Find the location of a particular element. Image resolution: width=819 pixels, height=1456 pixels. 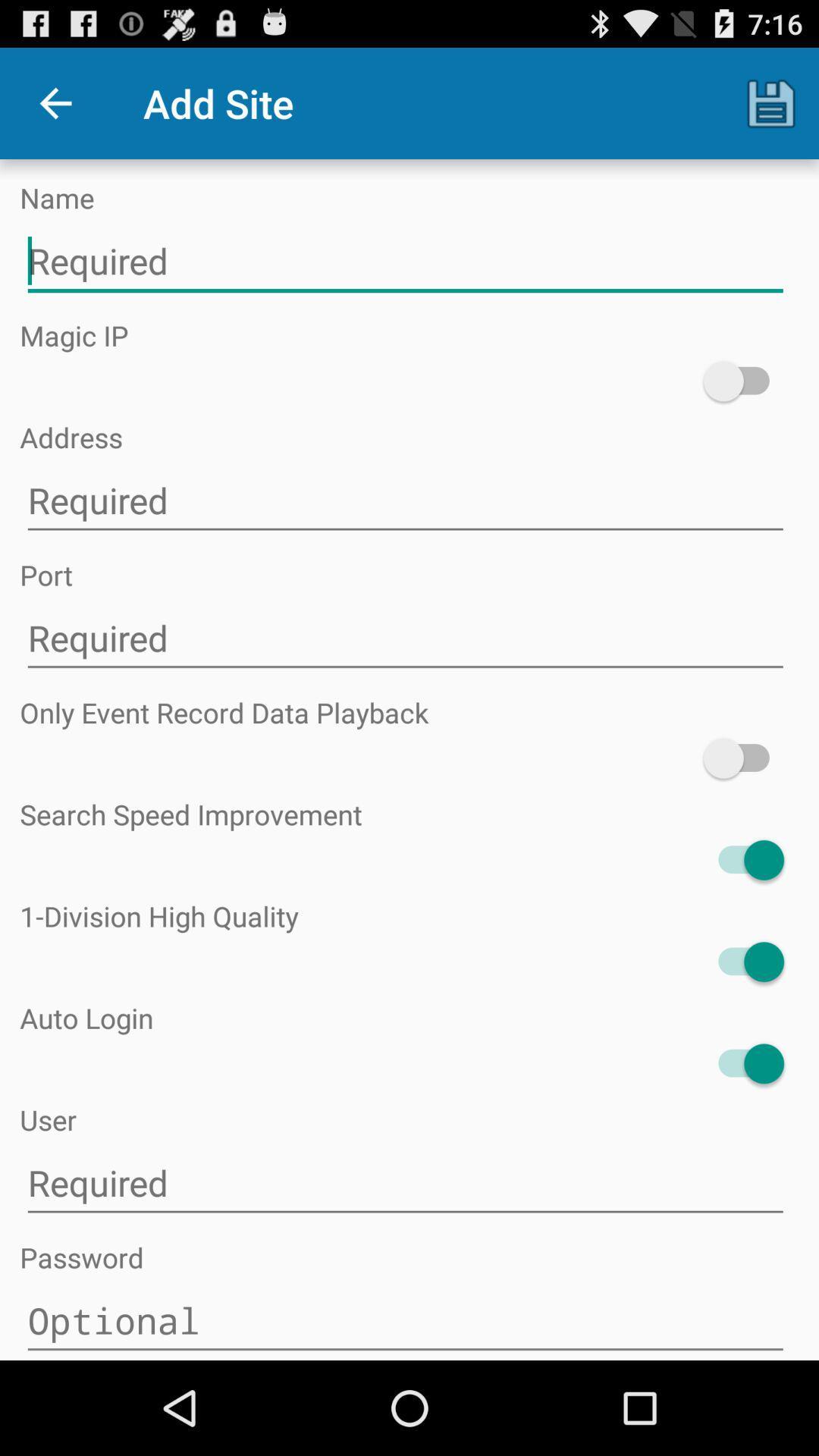

the icon above password is located at coordinates (404, 1182).